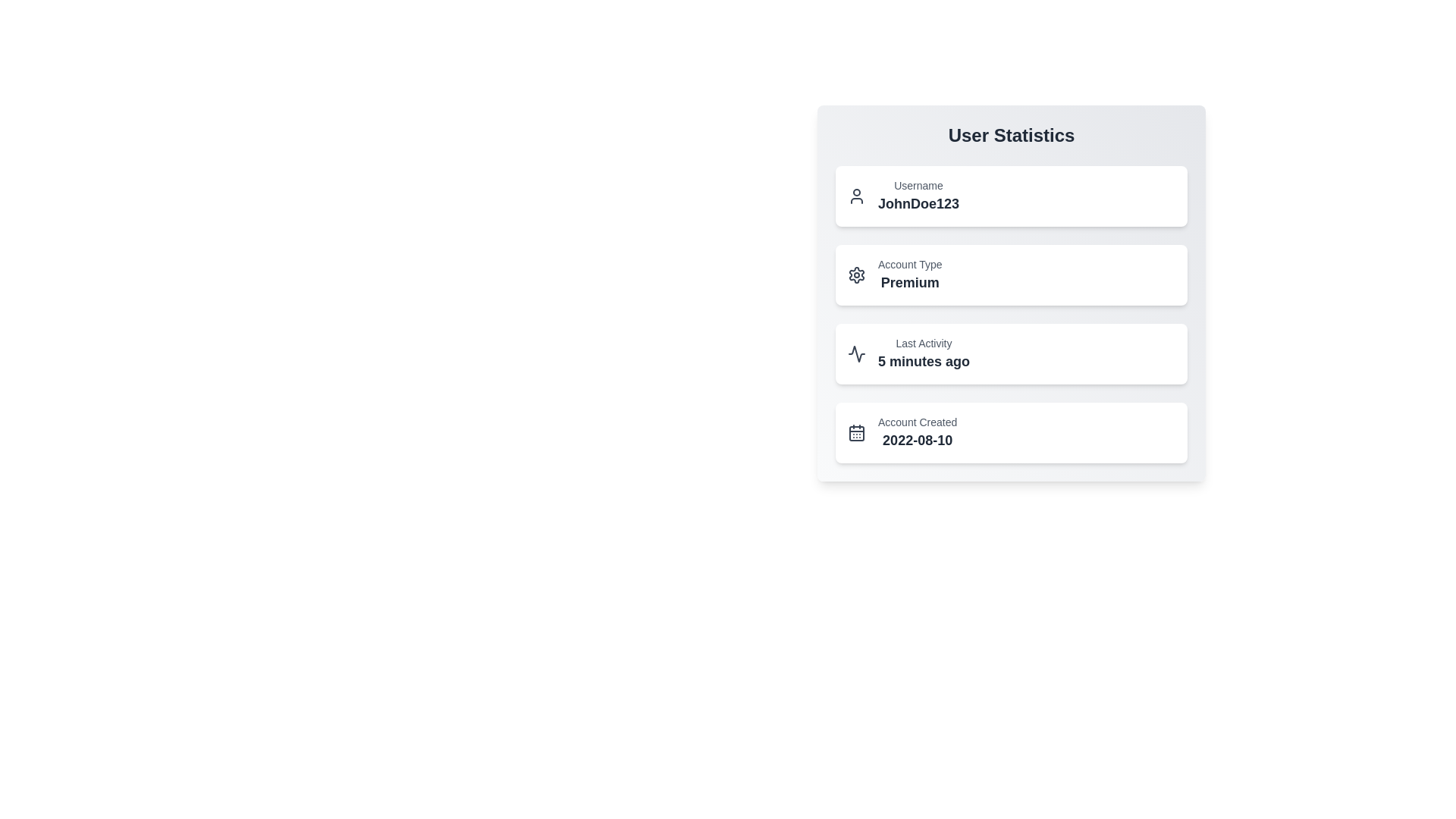 The image size is (1456, 819). I want to click on text content of the 'Username' display, which shows 'JohnDoe123' in a larger, bold font, located in the 'User Statistics' section of the interface, so click(918, 195).